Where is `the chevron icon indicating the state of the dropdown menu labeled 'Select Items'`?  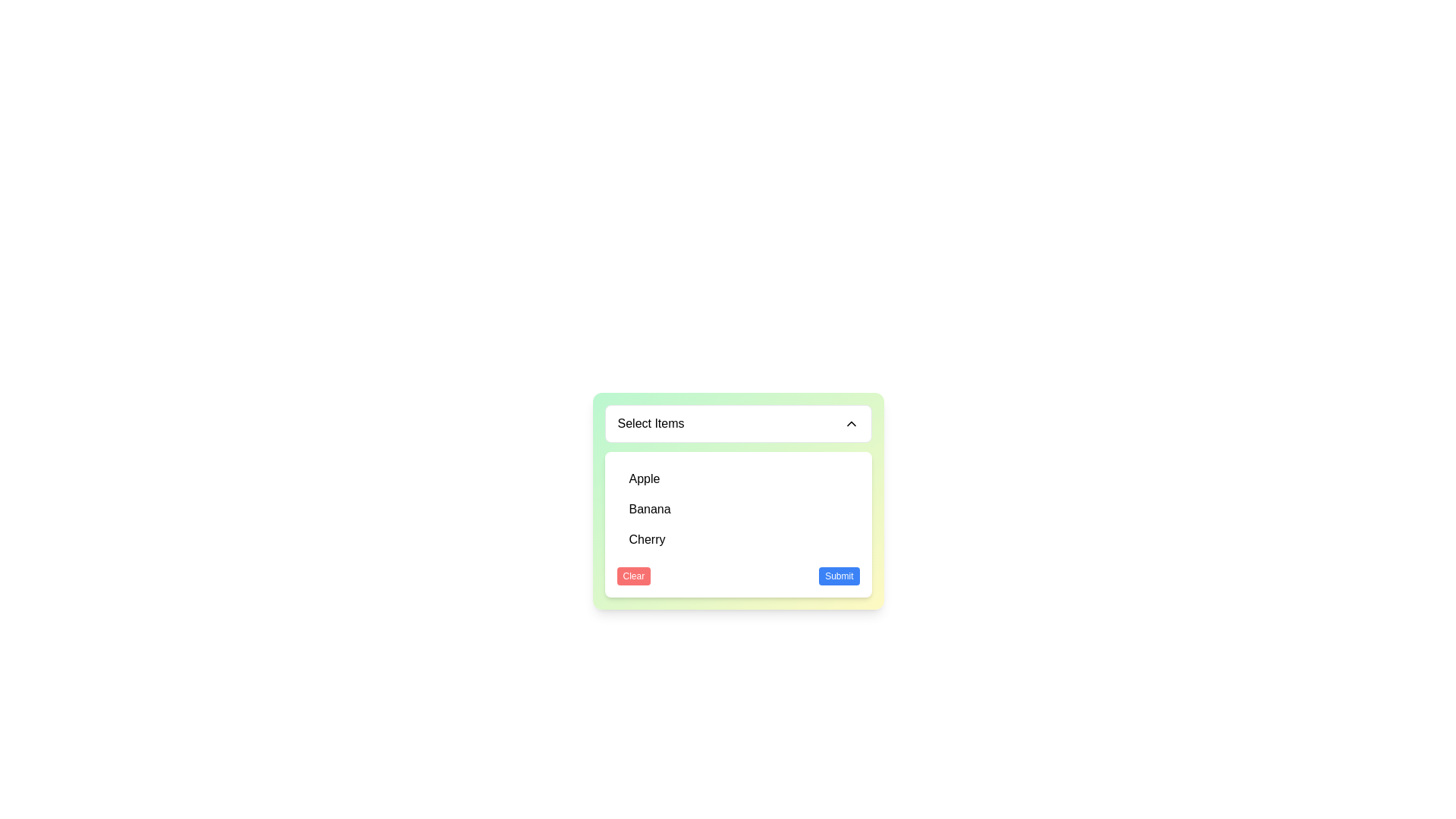
the chevron icon indicating the state of the dropdown menu labeled 'Select Items' is located at coordinates (851, 424).